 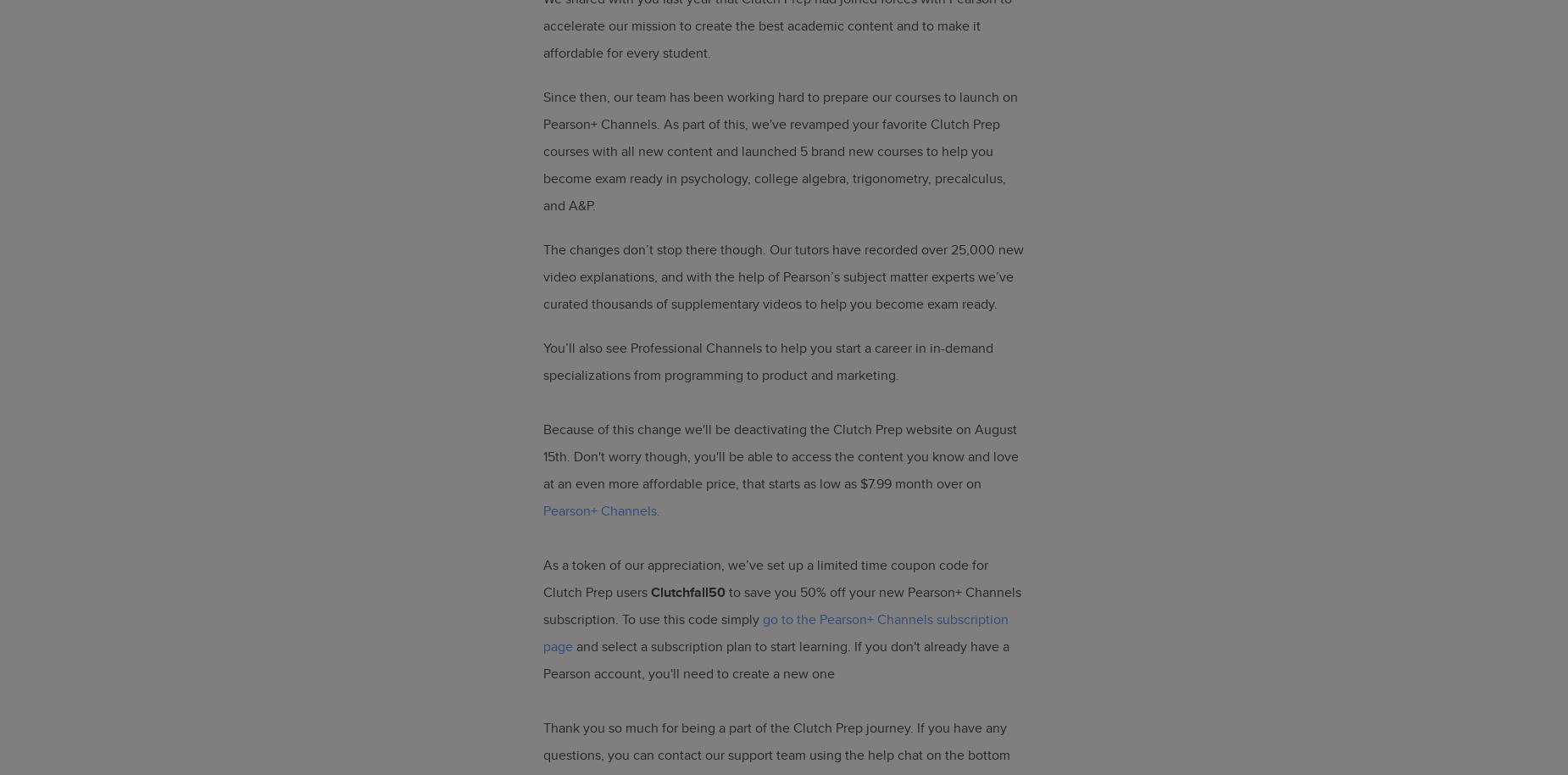 I want to click on 'Since then, our team has been working hard to prepare our courses to launch on Pearson+ Channels. As part of this, we've revamped your favorite Clutch Prep courses with all new content and launched 5 brand new courses to help you become exam ready in psychology, college algebra, trigonometry, precalculus, and A&P.', so click(x=543, y=150).